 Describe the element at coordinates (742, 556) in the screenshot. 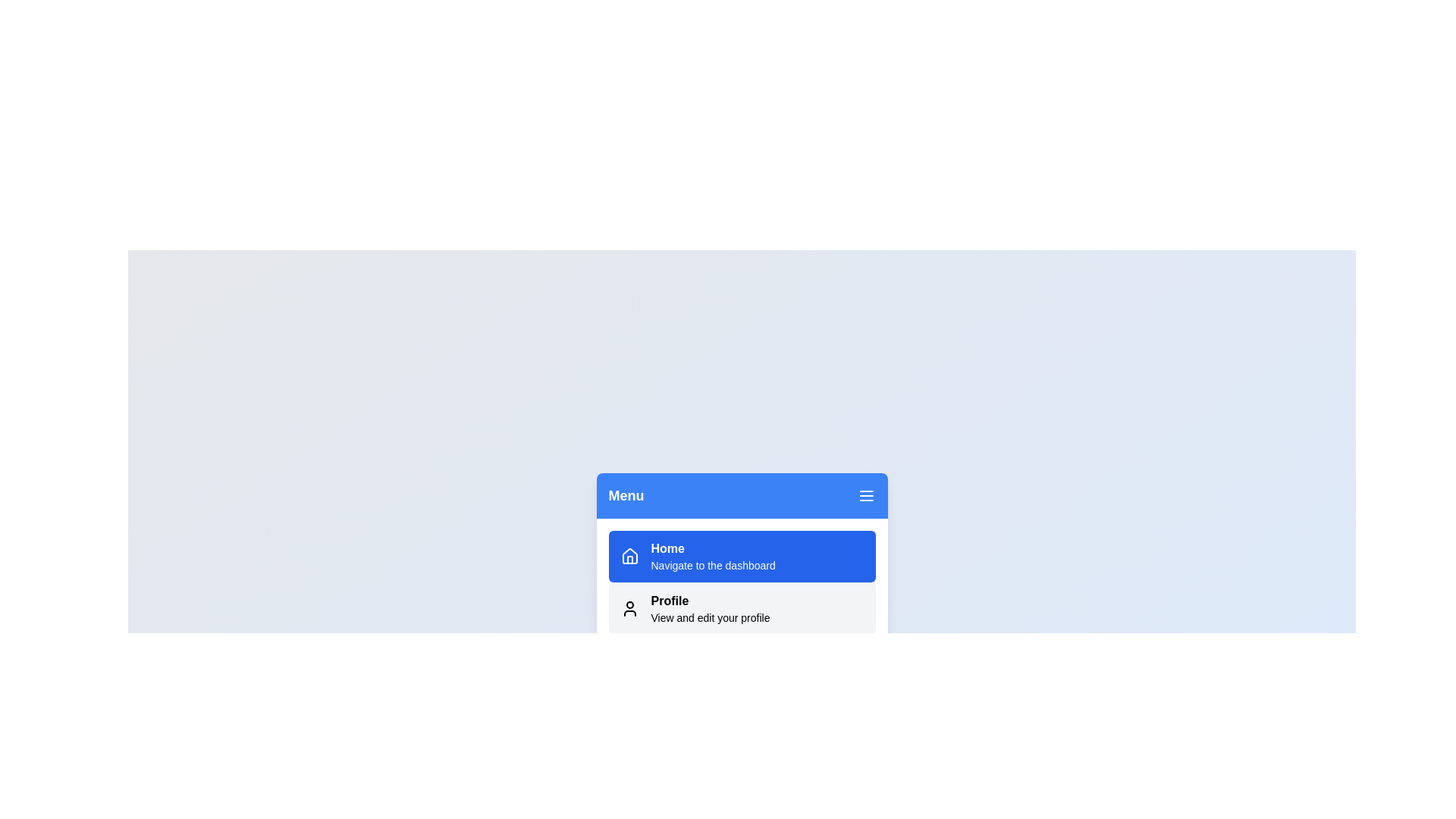

I see `the menu option Home to navigate to the respective section` at that location.